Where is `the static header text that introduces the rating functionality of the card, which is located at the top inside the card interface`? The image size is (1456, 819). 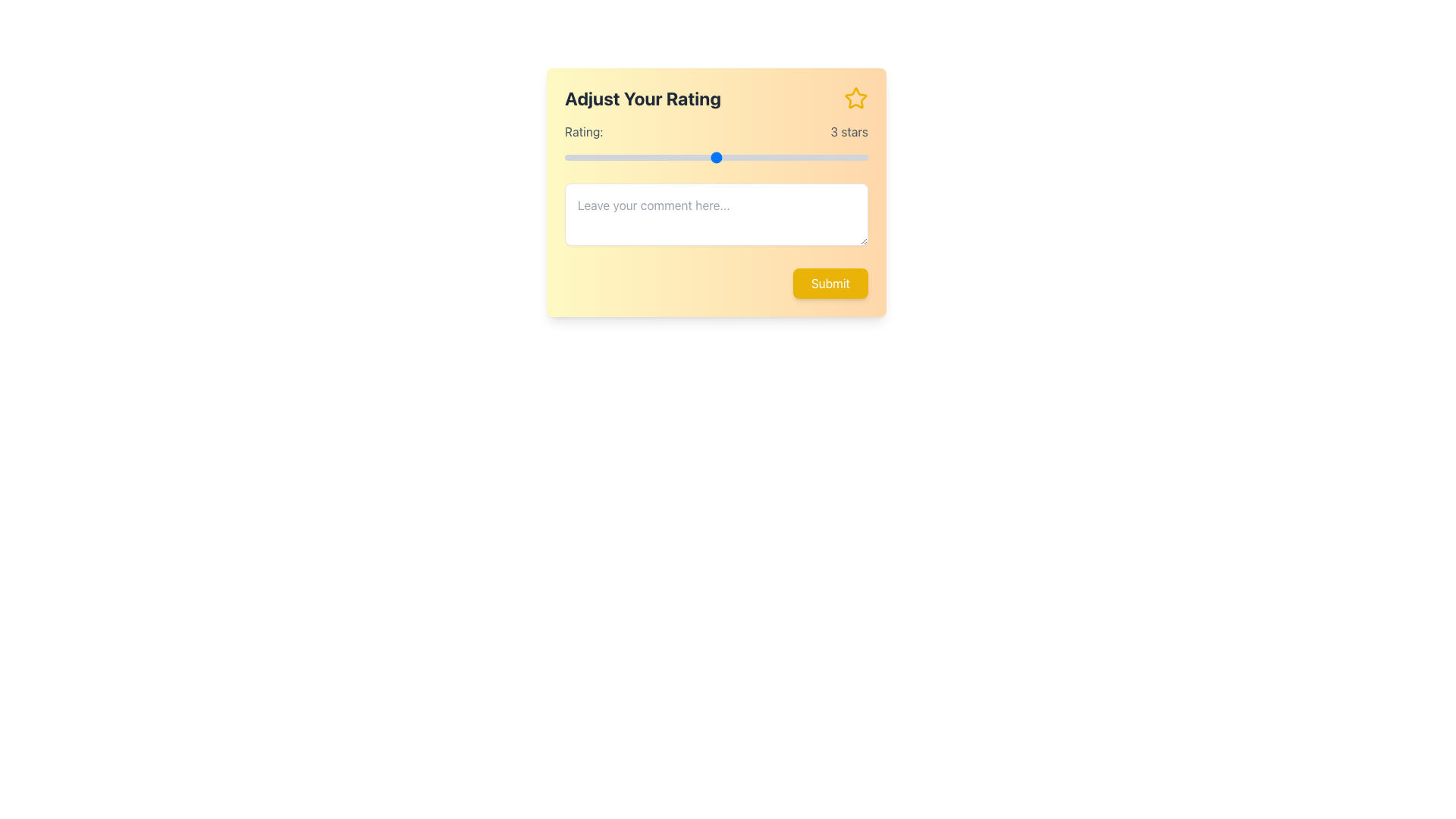
the static header text that introduces the rating functionality of the card, which is located at the top inside the card interface is located at coordinates (716, 99).